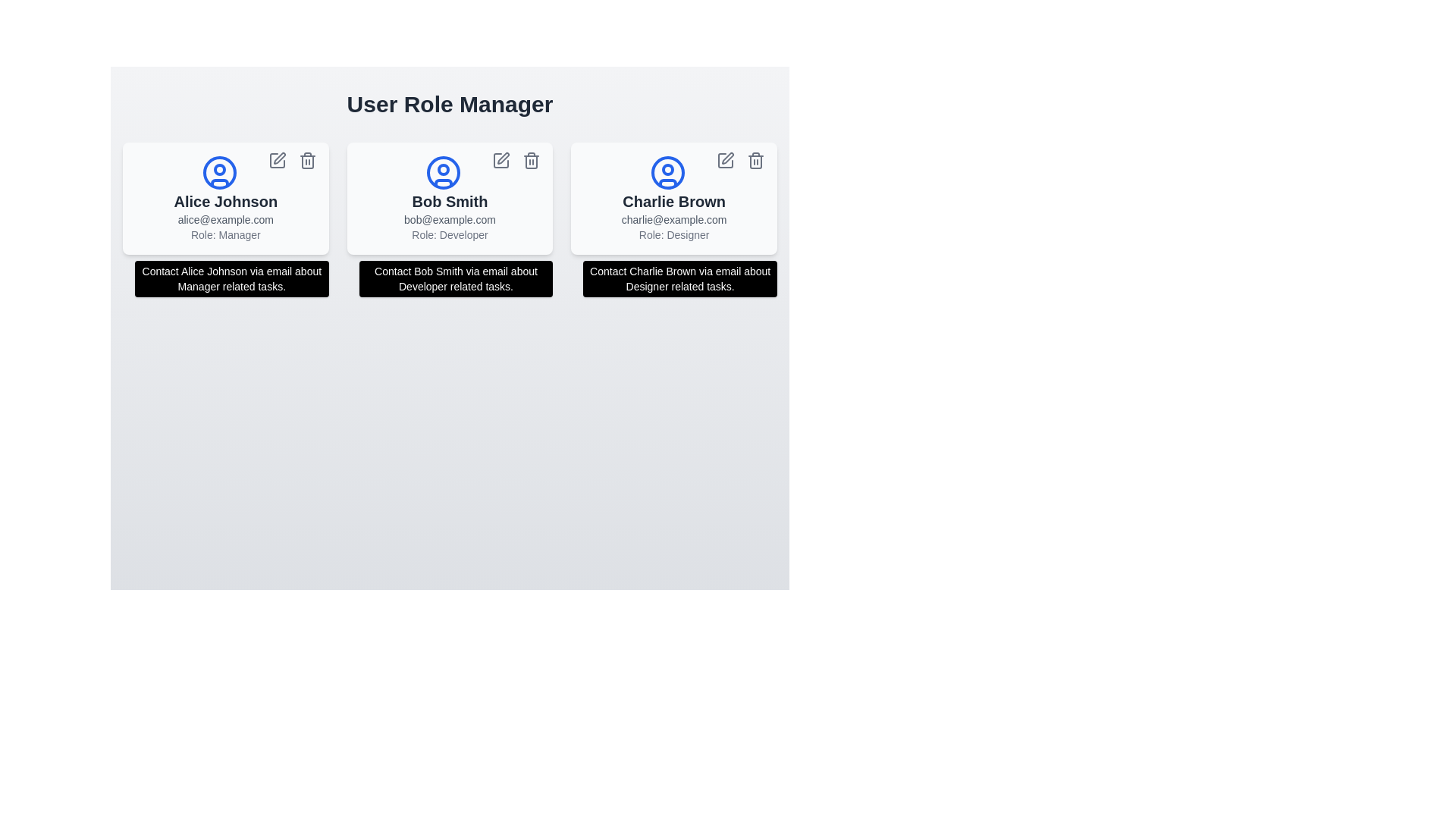 The width and height of the screenshot is (1456, 819). I want to click on the delete button (SVG-based icon) located in the top-right corner of the 'Charlie Brown' card, so click(756, 161).